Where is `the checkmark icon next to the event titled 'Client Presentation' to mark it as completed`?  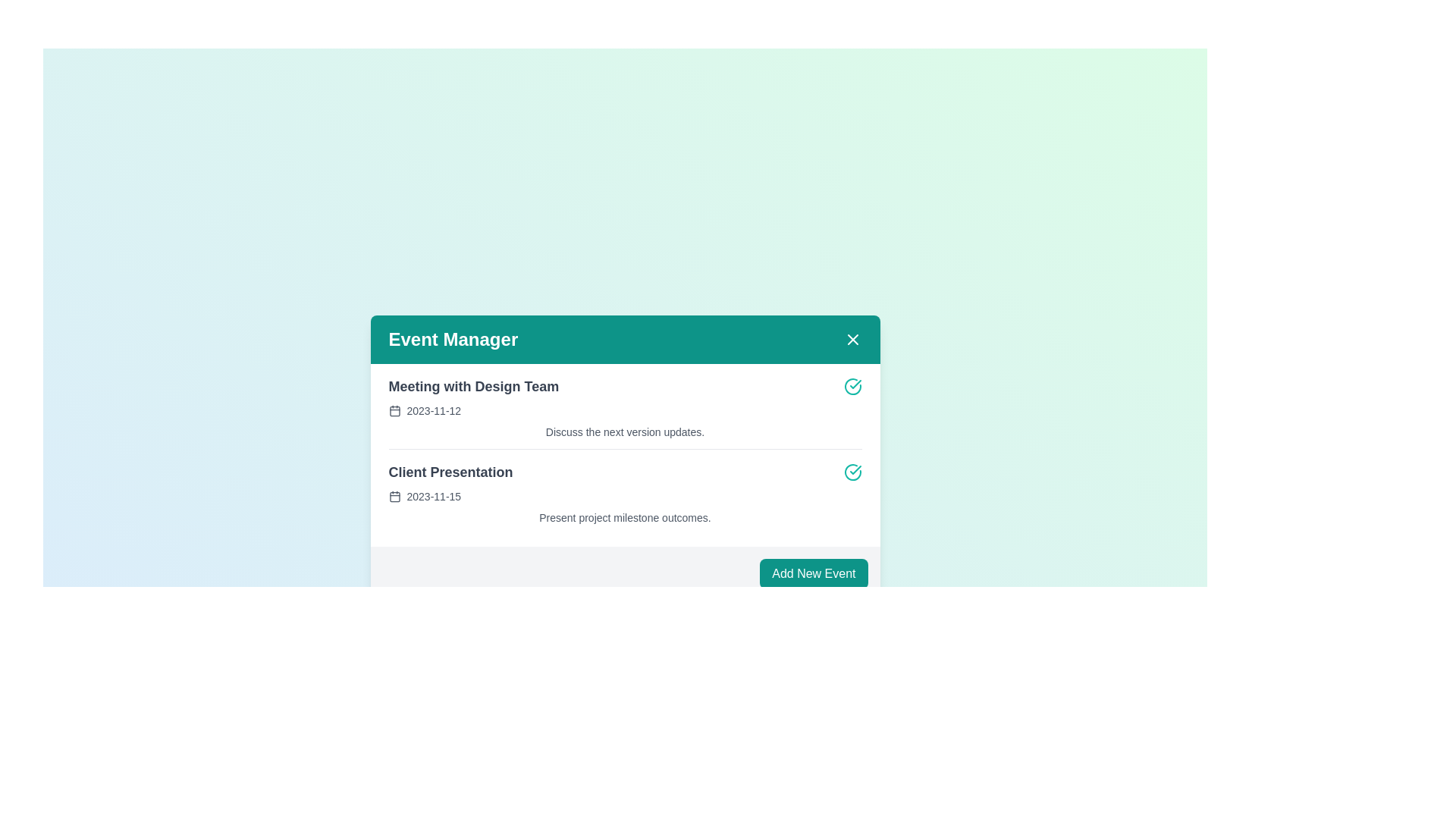 the checkmark icon next to the event titled 'Client Presentation' to mark it as completed is located at coordinates (852, 471).